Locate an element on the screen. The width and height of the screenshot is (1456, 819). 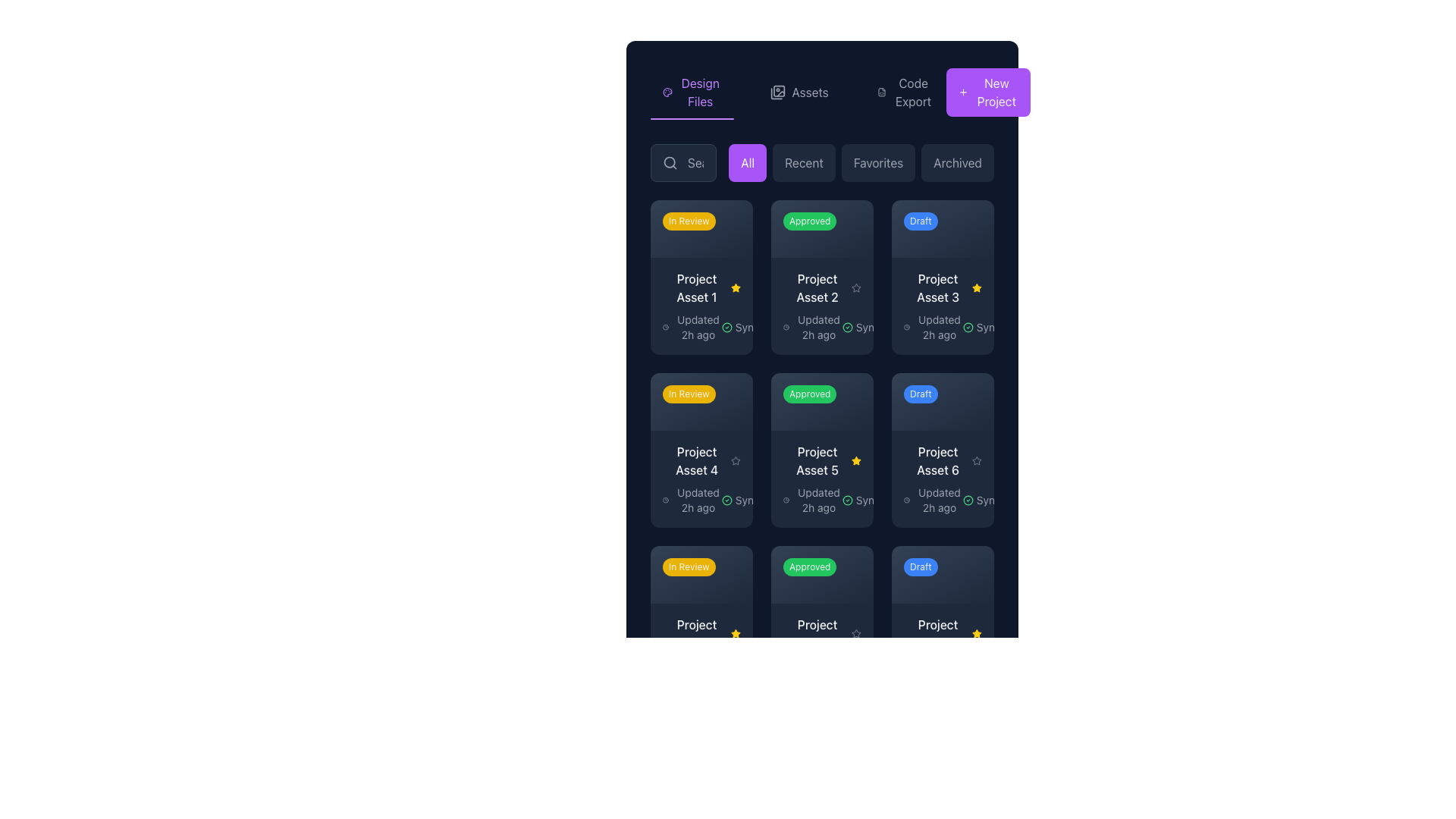
the card with a dark blue background labeled 'In Review' and containing the text 'Project Asset 7' to perform the default action is located at coordinates (701, 623).